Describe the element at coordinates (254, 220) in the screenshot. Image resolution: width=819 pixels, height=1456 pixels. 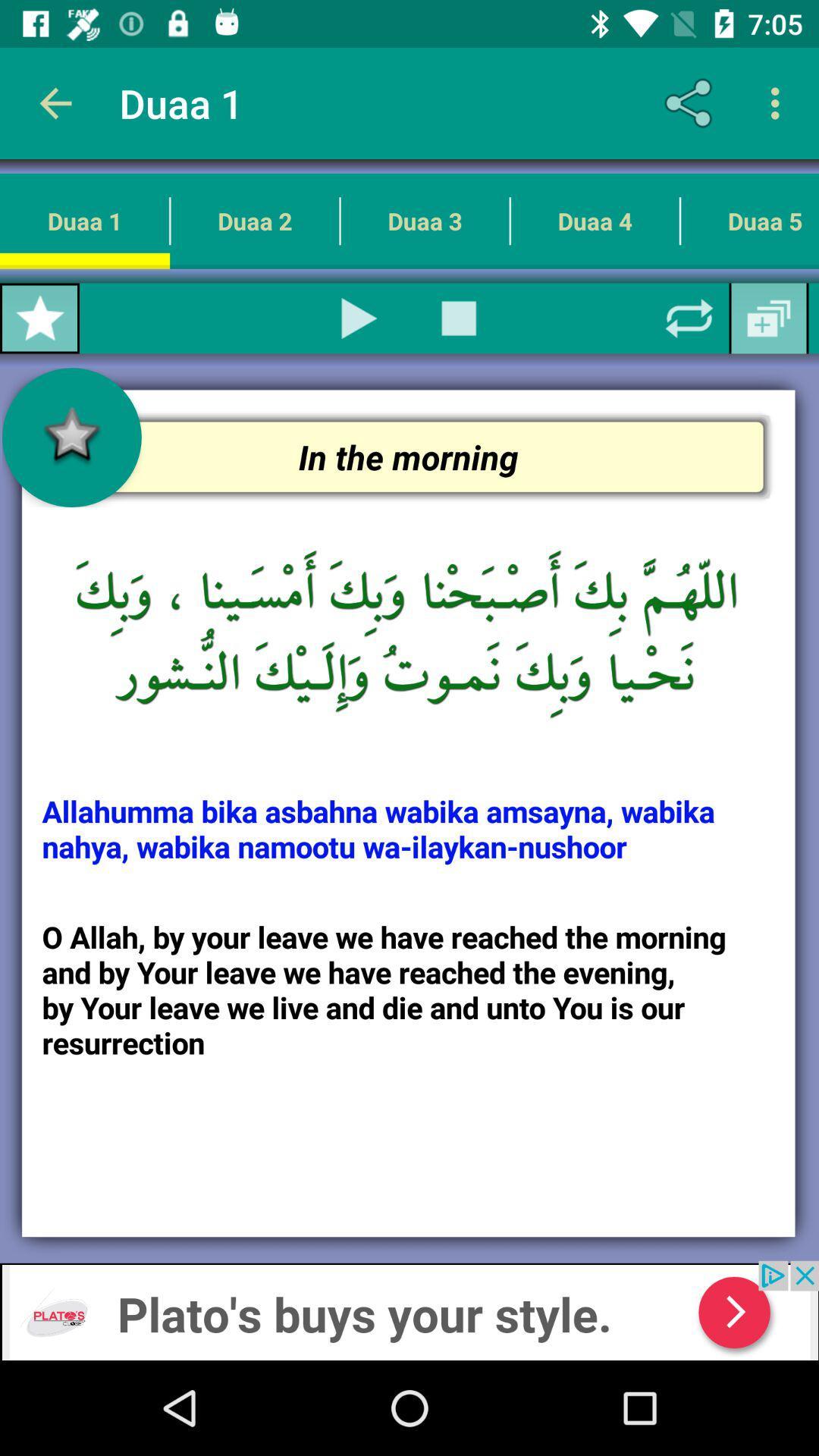
I see `the icon next to the duaa 1` at that location.